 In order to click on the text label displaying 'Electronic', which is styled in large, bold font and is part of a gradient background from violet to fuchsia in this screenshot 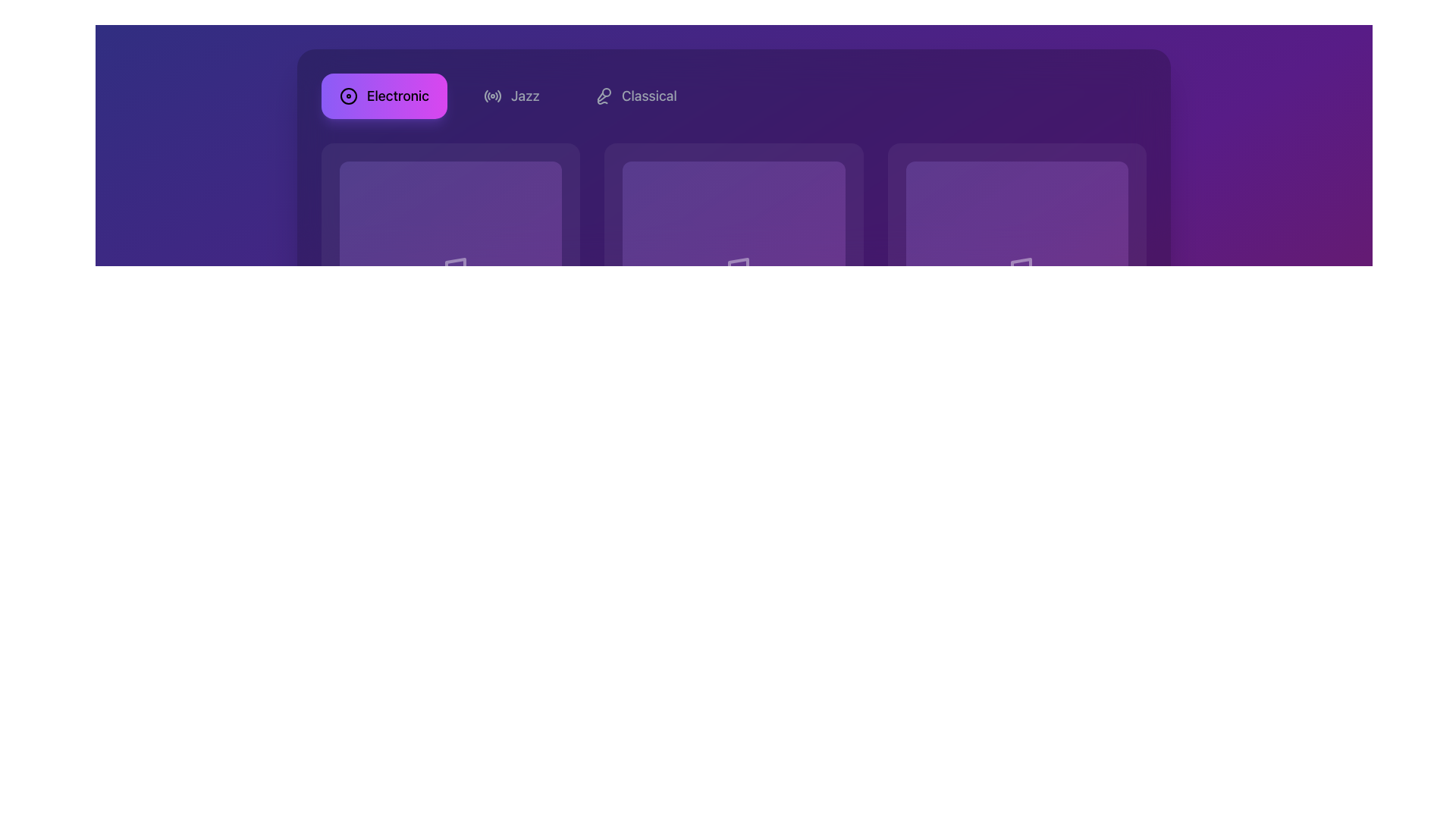, I will do `click(397, 96)`.